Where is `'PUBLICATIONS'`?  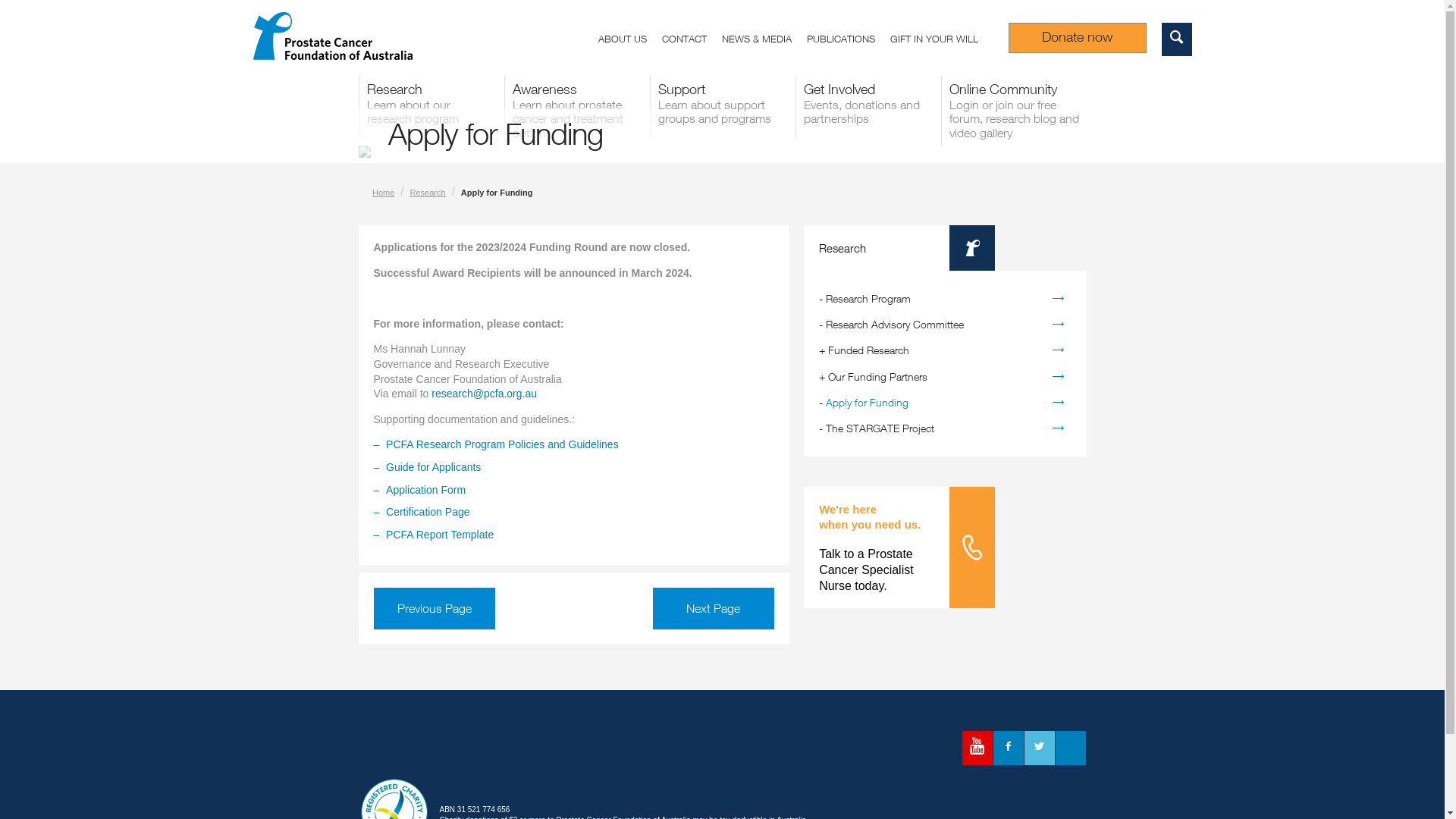
'PUBLICATIONS' is located at coordinates (847, 40).